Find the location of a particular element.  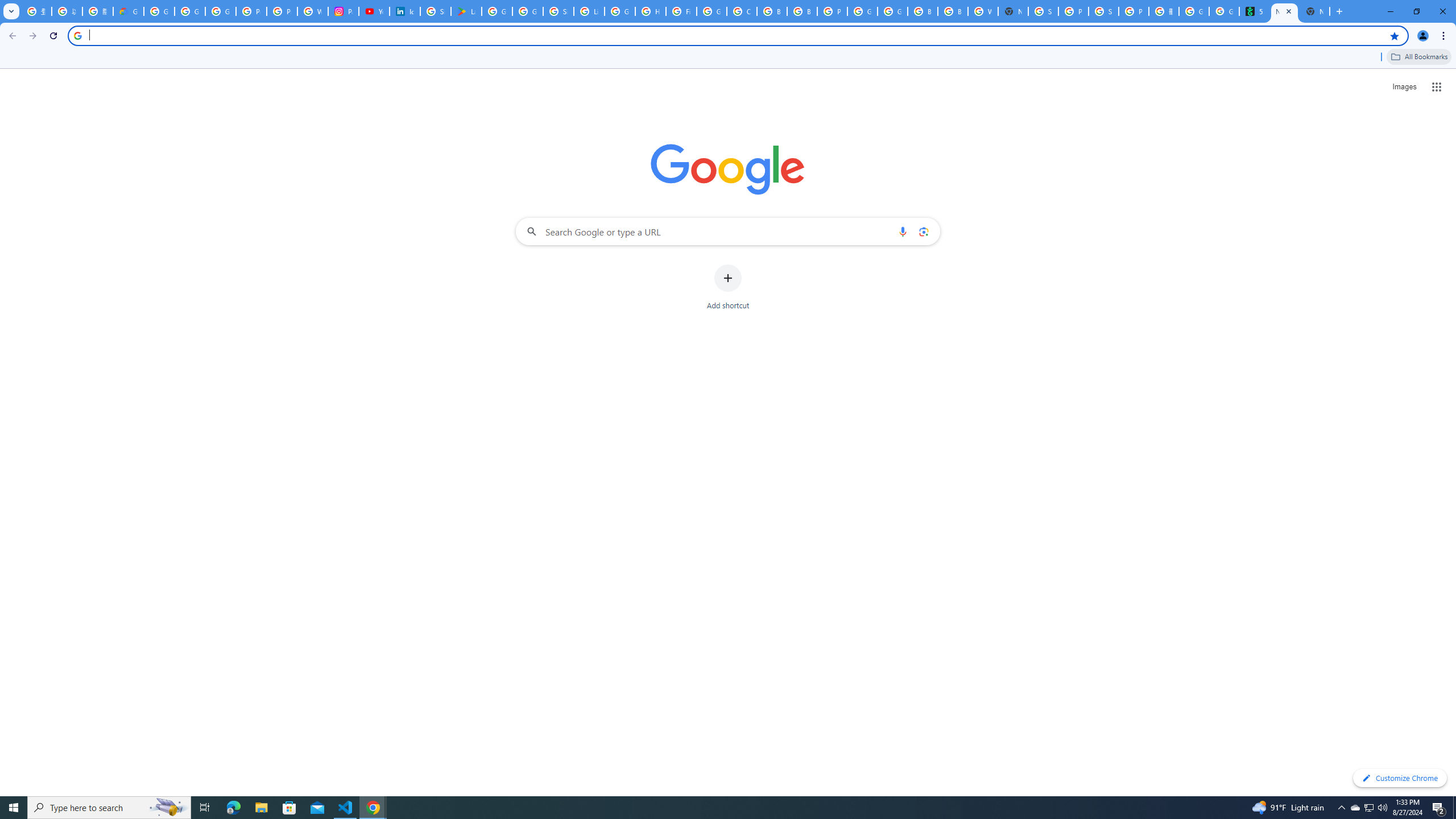

'Search icon' is located at coordinates (77, 35).